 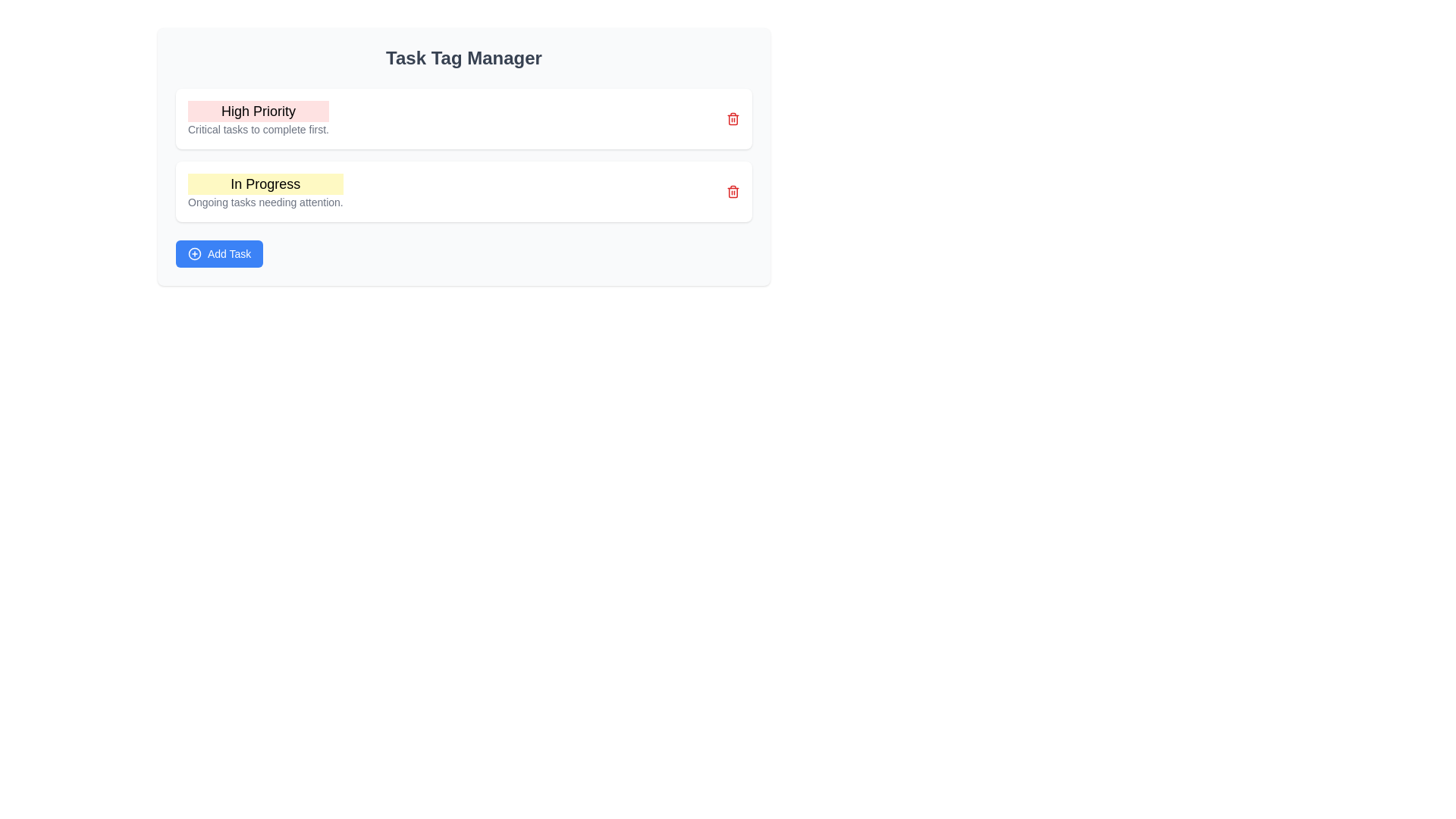 What do you see at coordinates (258, 110) in the screenshot?
I see `the text label with the content 'High Priority' that is styled with a larger font size and bold weight, featuring a light red background, located at the top of its section under the 'Task Tag Manager' heading` at bounding box center [258, 110].